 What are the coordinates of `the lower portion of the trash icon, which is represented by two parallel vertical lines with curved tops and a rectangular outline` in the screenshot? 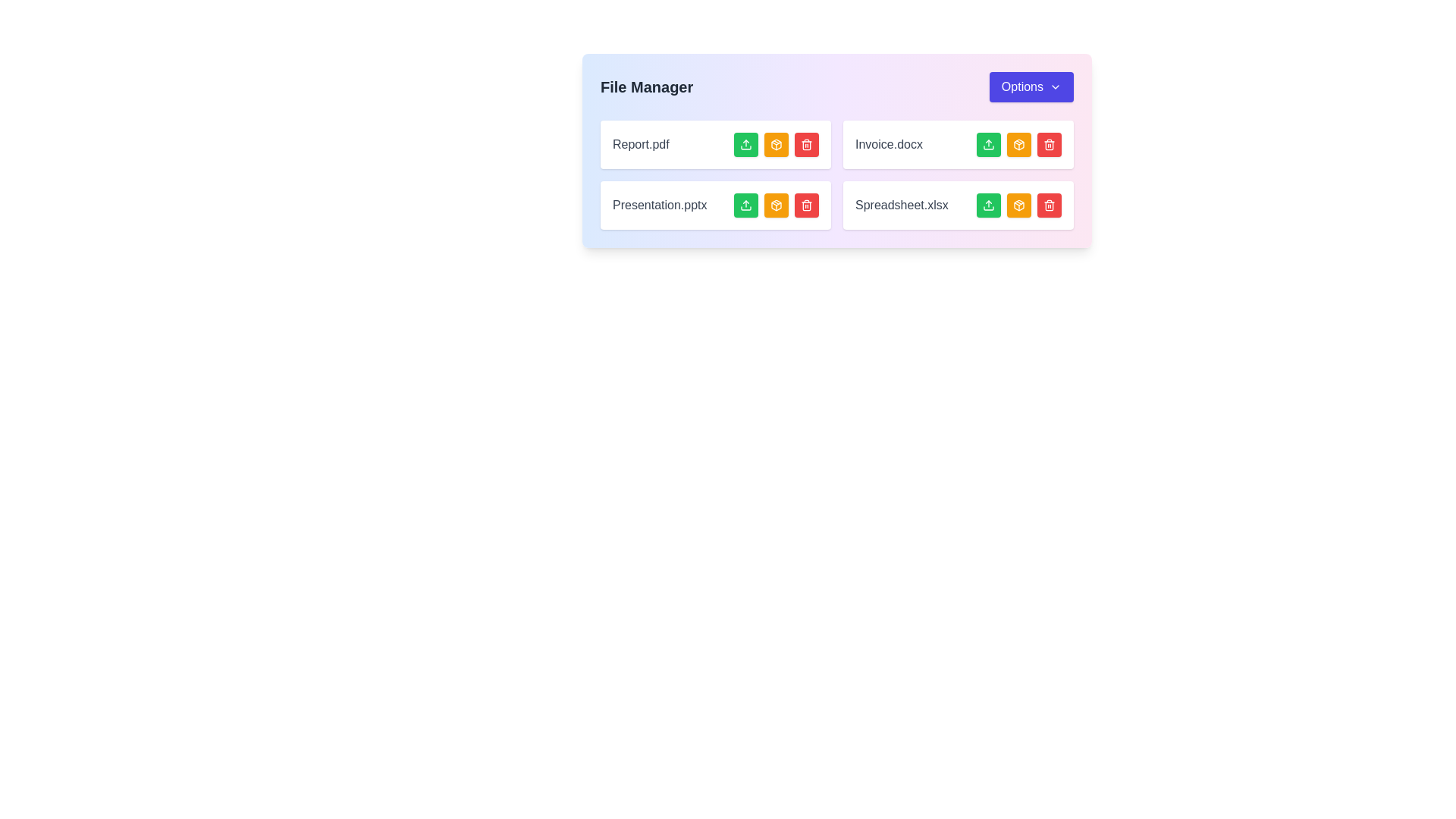 It's located at (1048, 146).